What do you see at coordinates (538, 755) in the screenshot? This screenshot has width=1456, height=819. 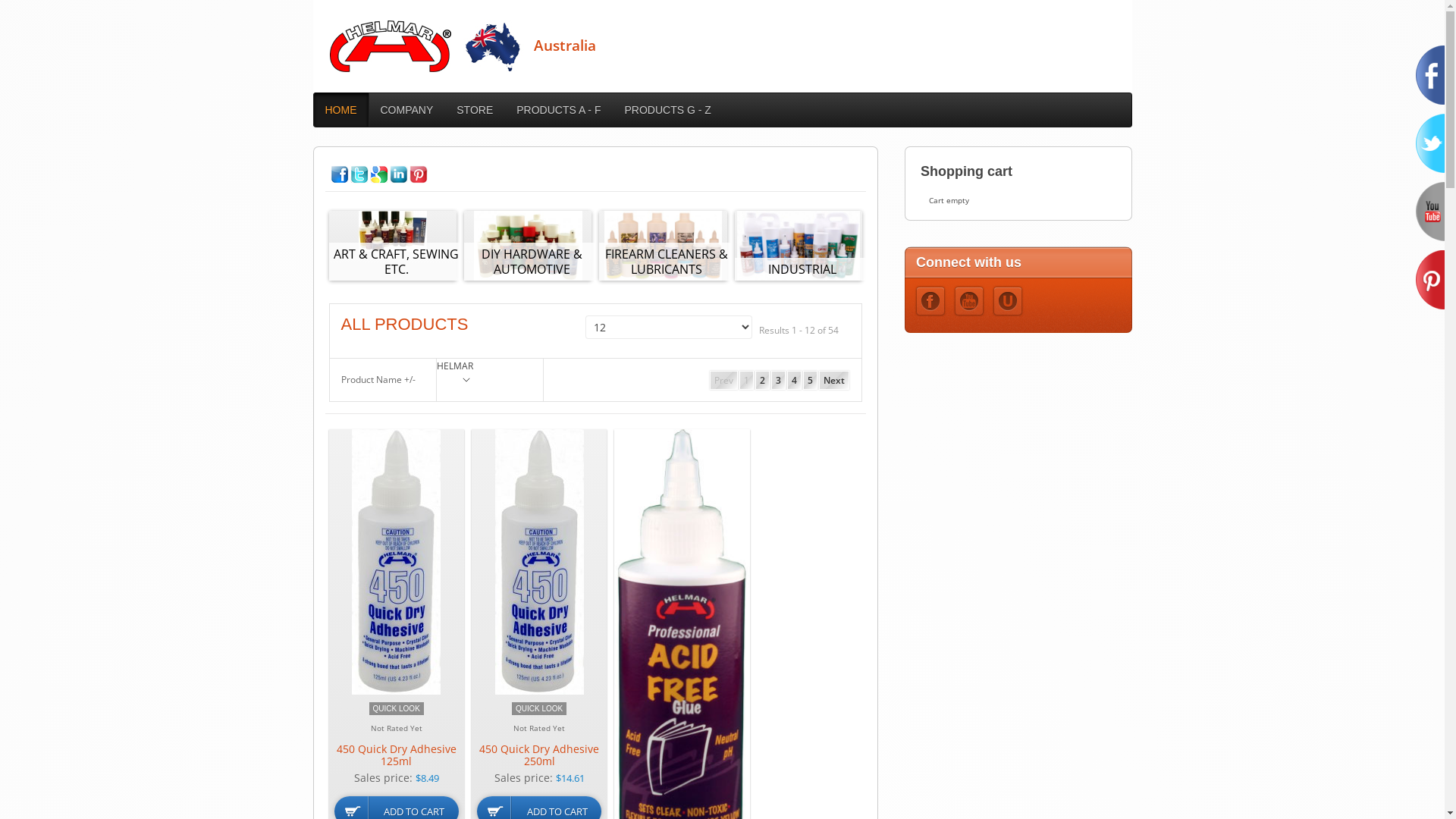 I see `'450 Quick Dry Adhesive 250ml'` at bounding box center [538, 755].